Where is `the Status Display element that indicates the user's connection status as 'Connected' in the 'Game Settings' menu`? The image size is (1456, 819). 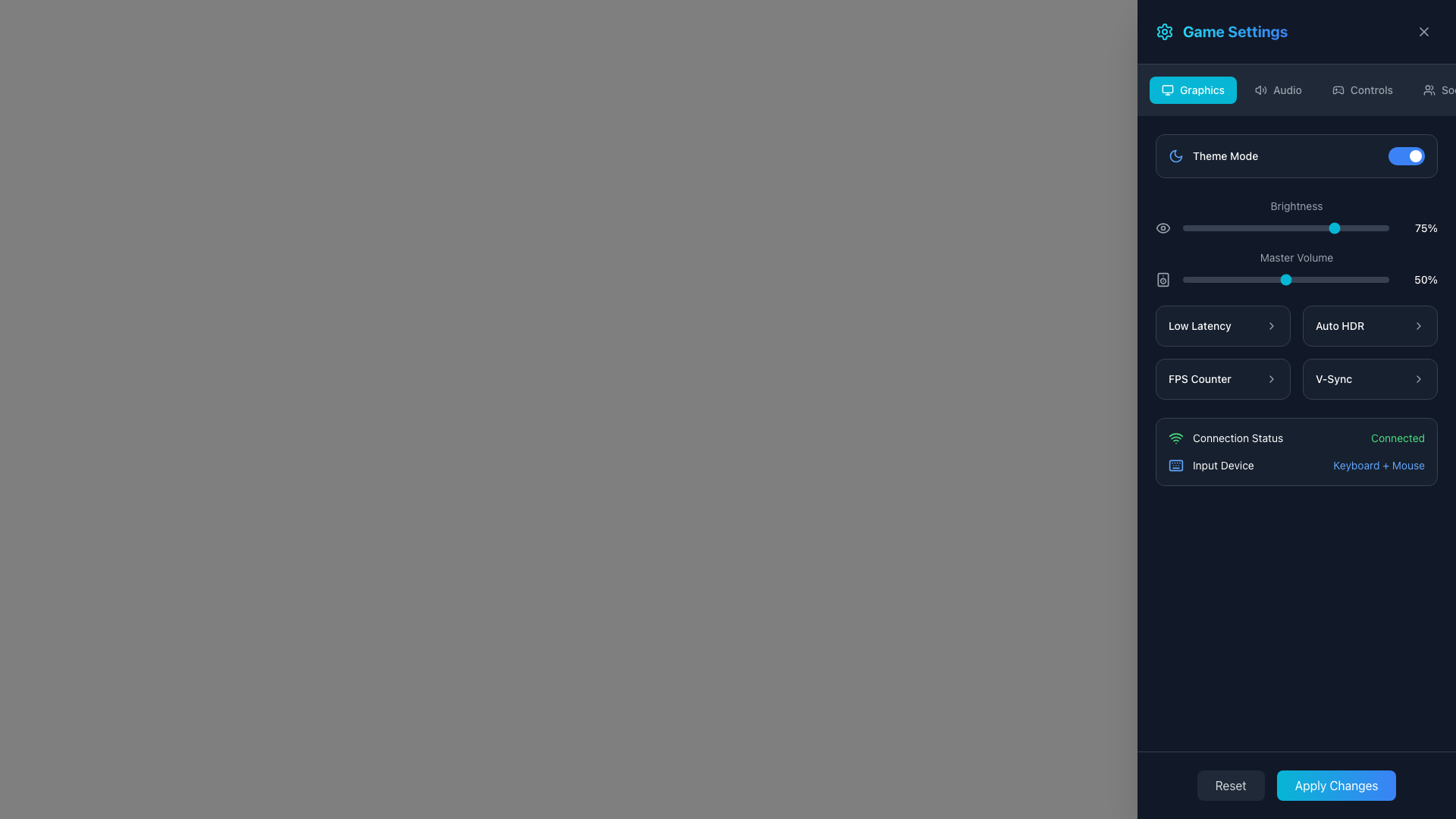 the Status Display element that indicates the user's connection status as 'Connected' in the 'Game Settings' menu is located at coordinates (1295, 438).